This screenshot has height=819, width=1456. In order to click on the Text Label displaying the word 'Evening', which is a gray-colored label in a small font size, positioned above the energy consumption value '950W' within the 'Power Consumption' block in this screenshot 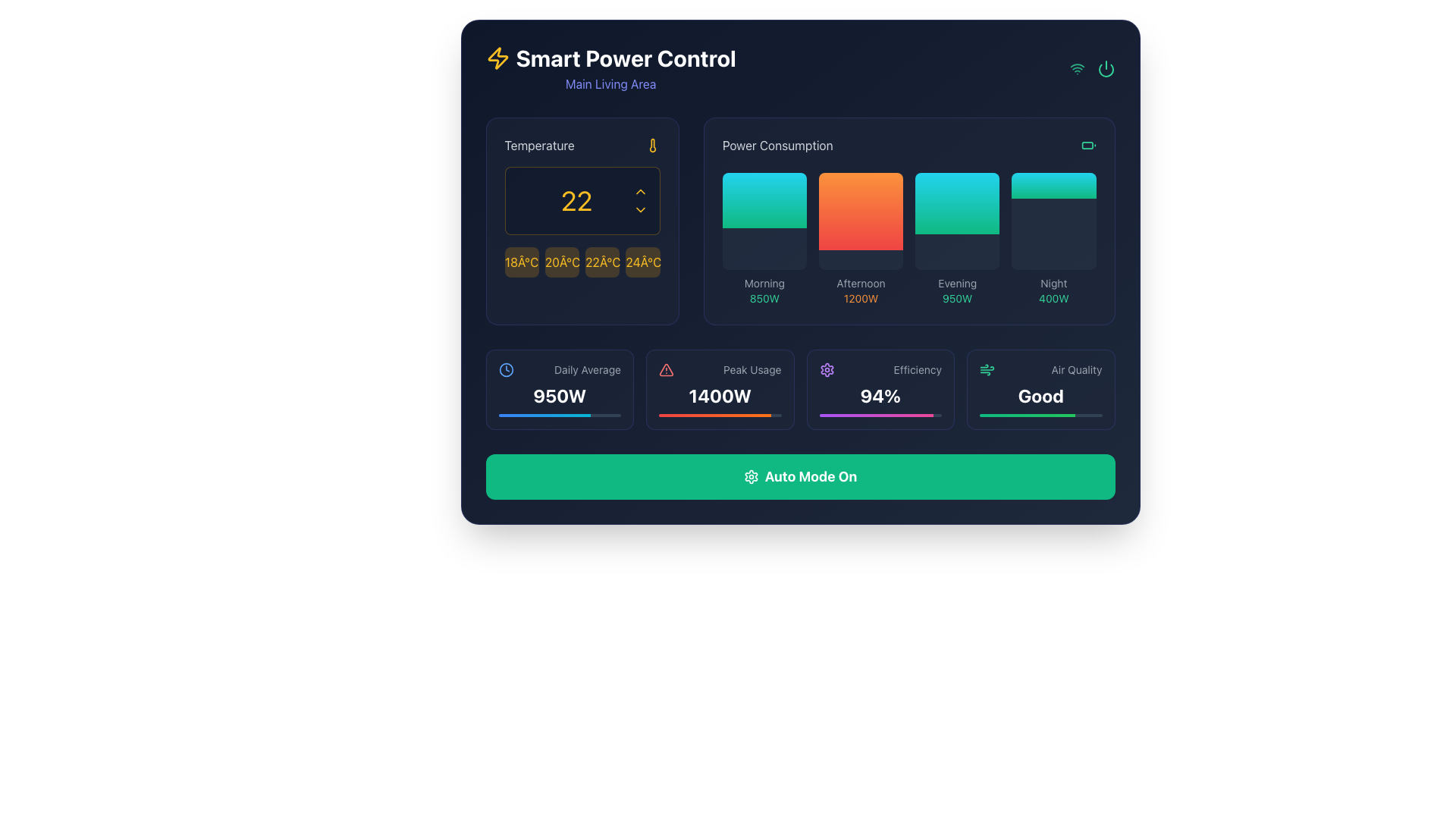, I will do `click(956, 284)`.